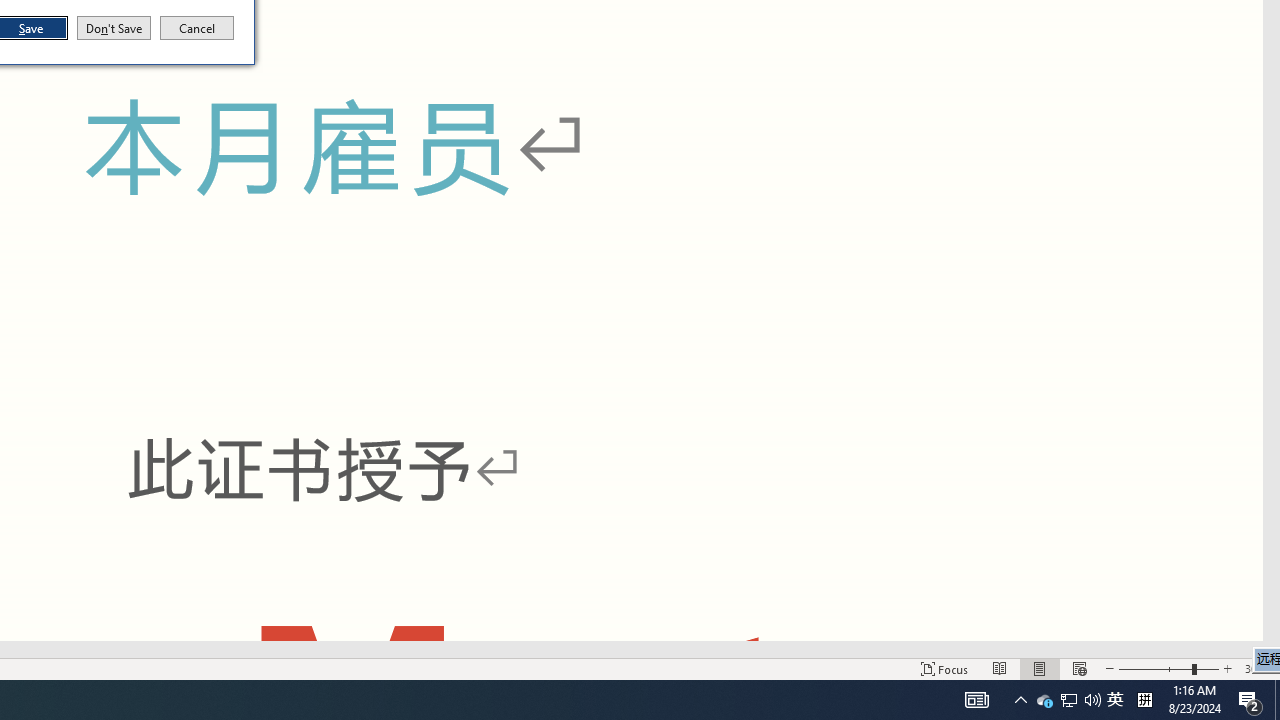 This screenshot has width=1280, height=720. What do you see at coordinates (1044, 698) in the screenshot?
I see `'Notification Chevron'` at bounding box center [1044, 698].